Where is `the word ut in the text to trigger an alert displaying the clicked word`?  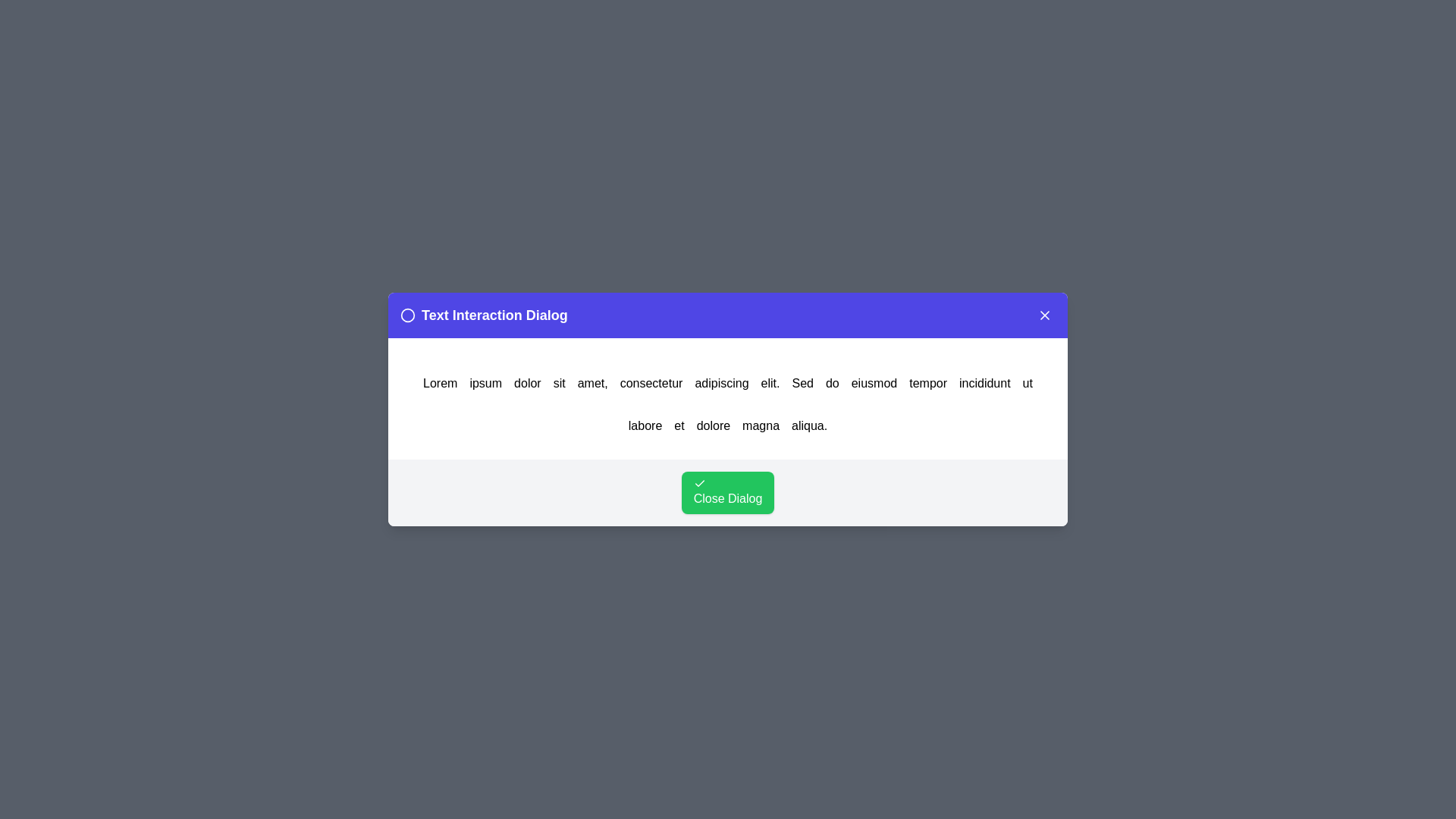
the word ut in the text to trigger an alert displaying the clicked word is located at coordinates (1027, 382).